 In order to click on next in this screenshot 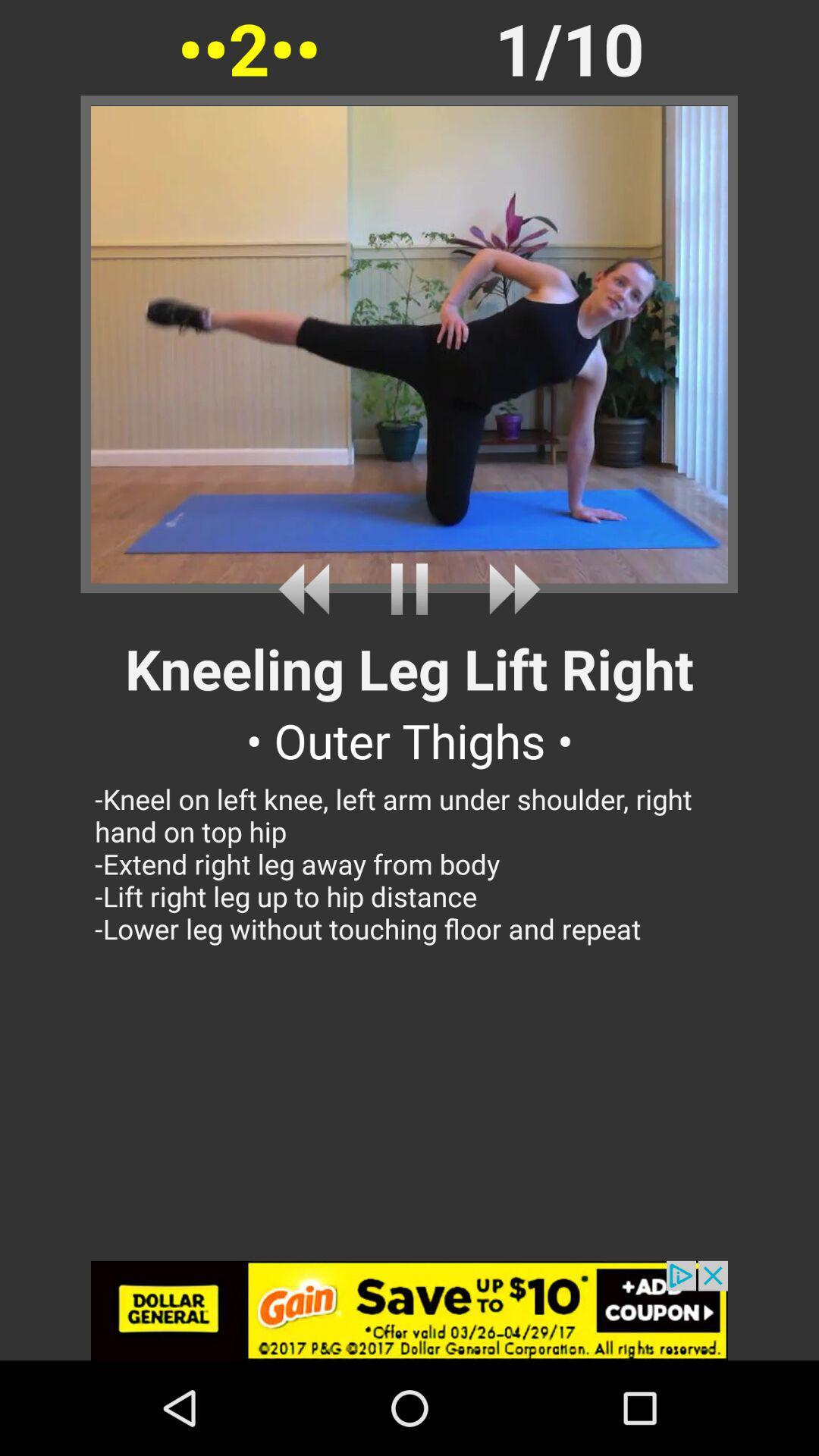, I will do `click(509, 588)`.